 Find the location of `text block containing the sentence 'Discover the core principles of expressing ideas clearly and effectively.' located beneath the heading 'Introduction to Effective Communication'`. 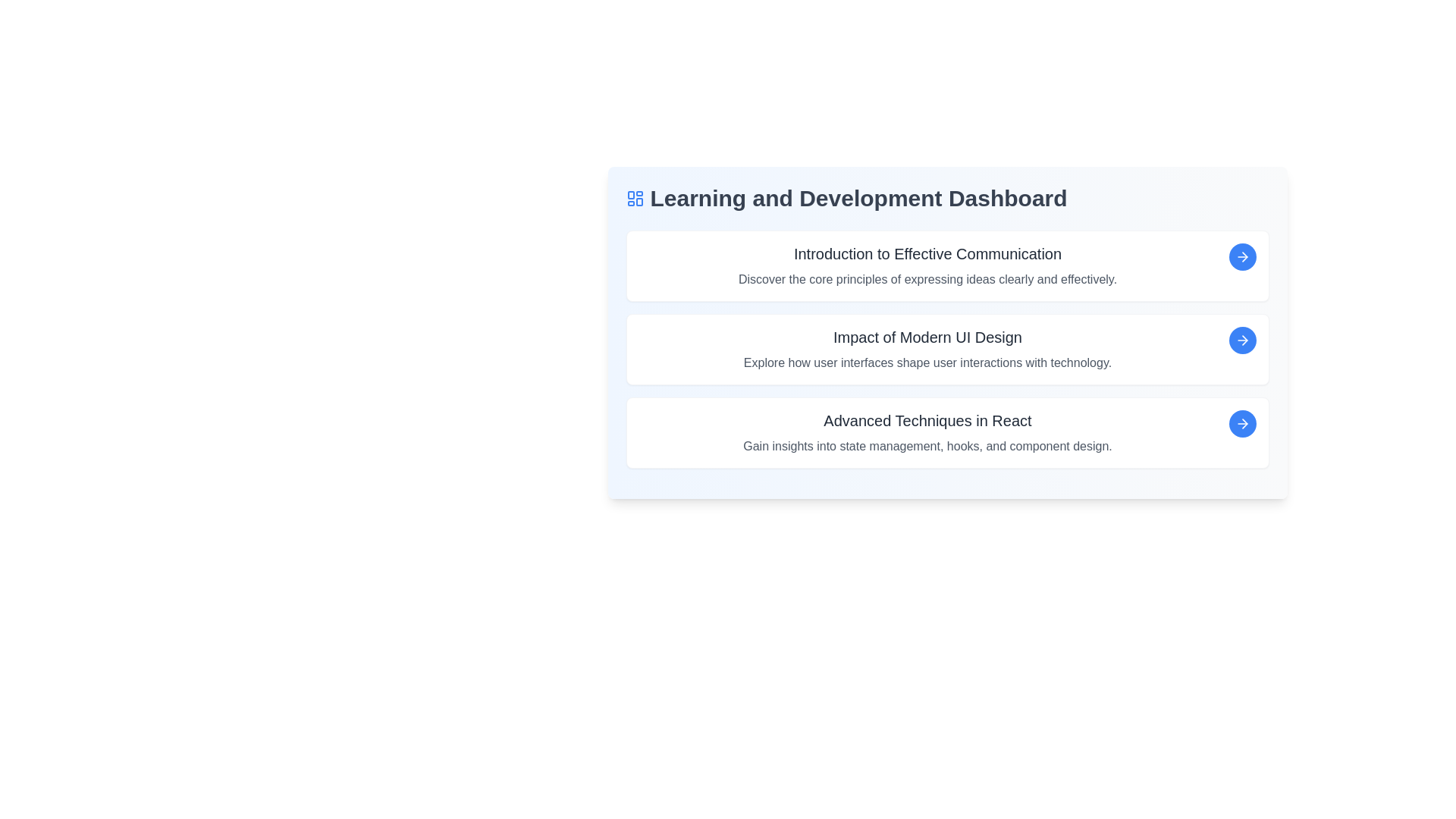

text block containing the sentence 'Discover the core principles of expressing ideas clearly and effectively.' located beneath the heading 'Introduction to Effective Communication' is located at coordinates (927, 280).